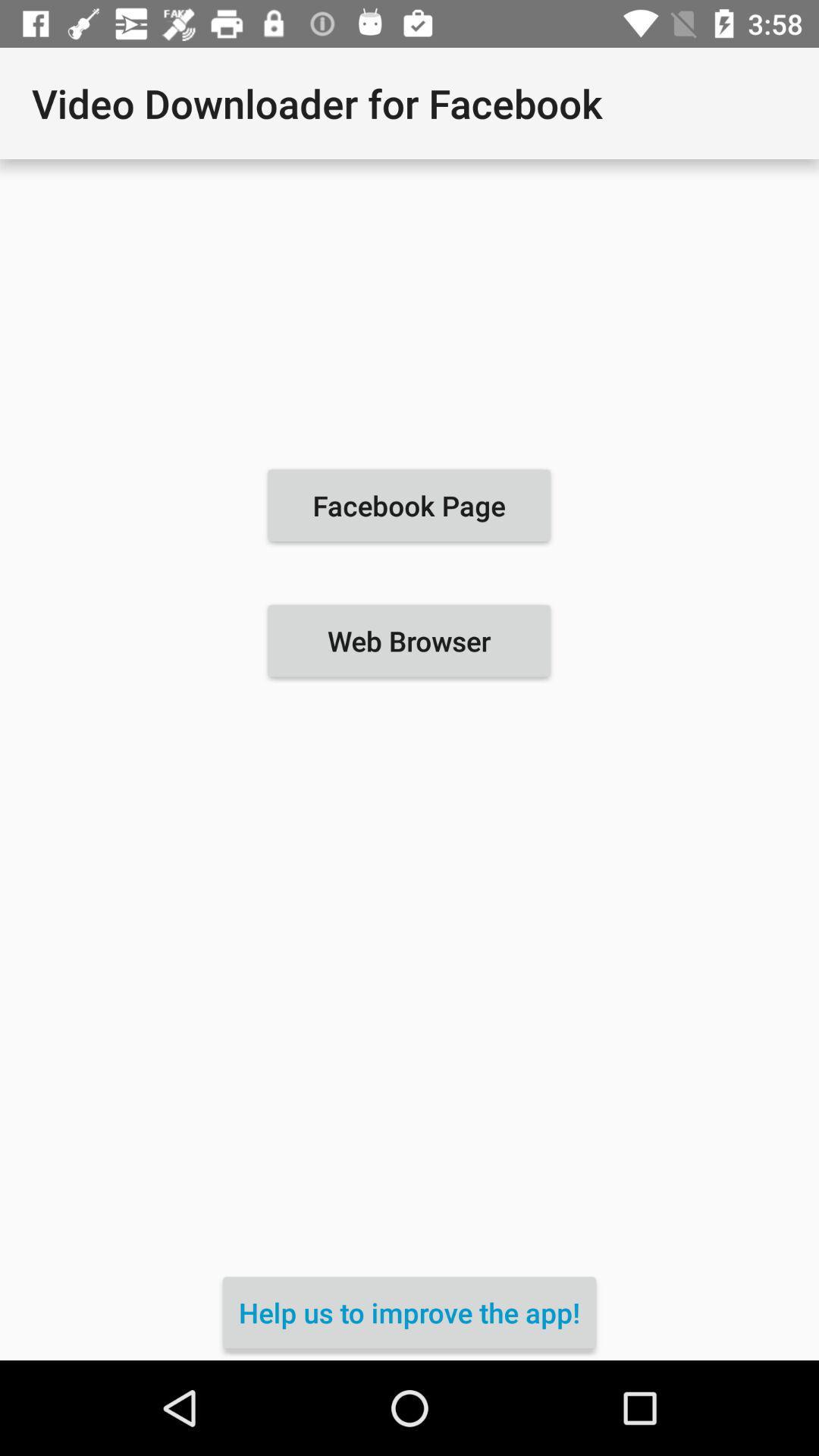 The width and height of the screenshot is (819, 1456). I want to click on the icon below the web browser, so click(409, 1312).